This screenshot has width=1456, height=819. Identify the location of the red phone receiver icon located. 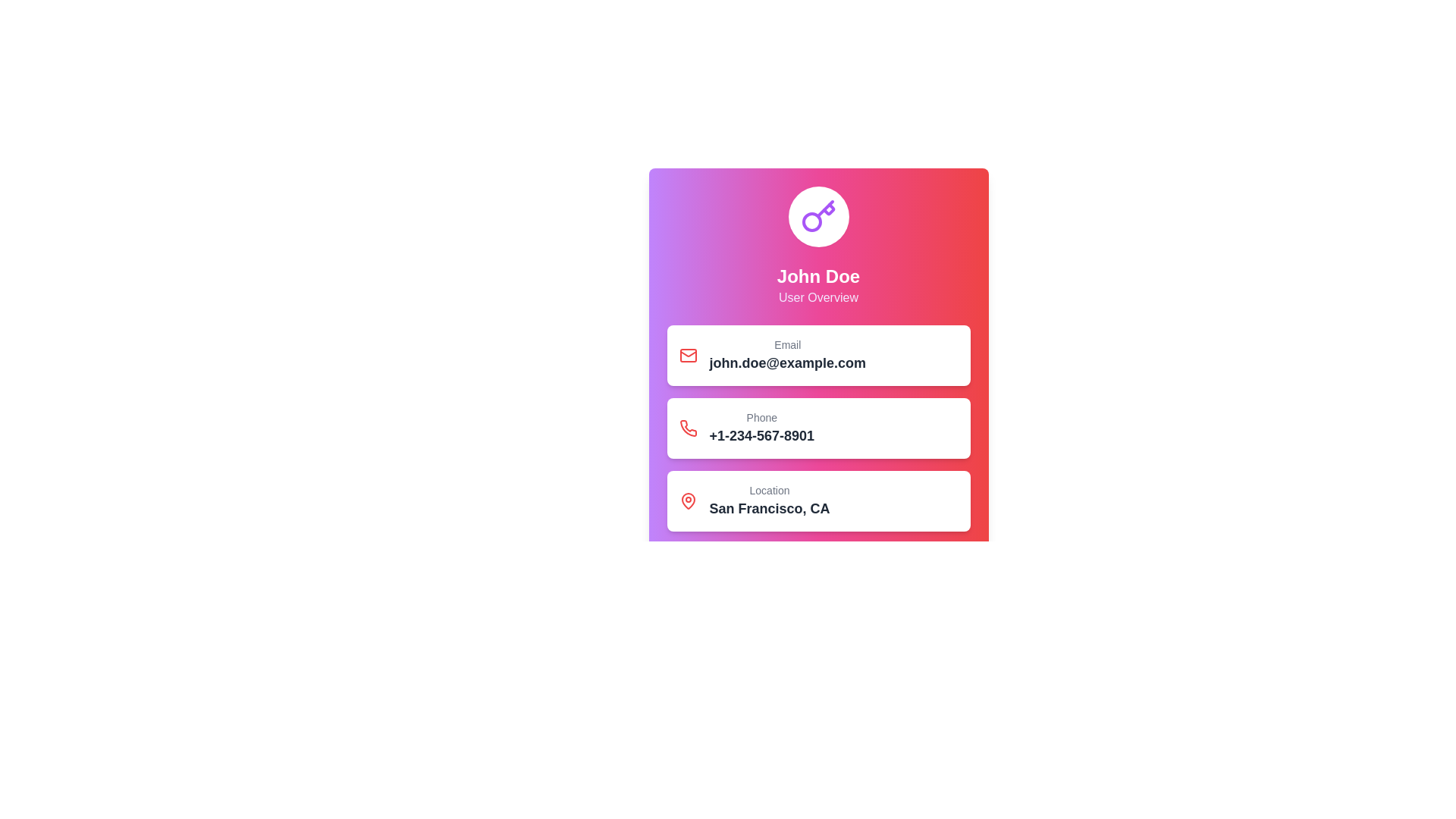
(687, 428).